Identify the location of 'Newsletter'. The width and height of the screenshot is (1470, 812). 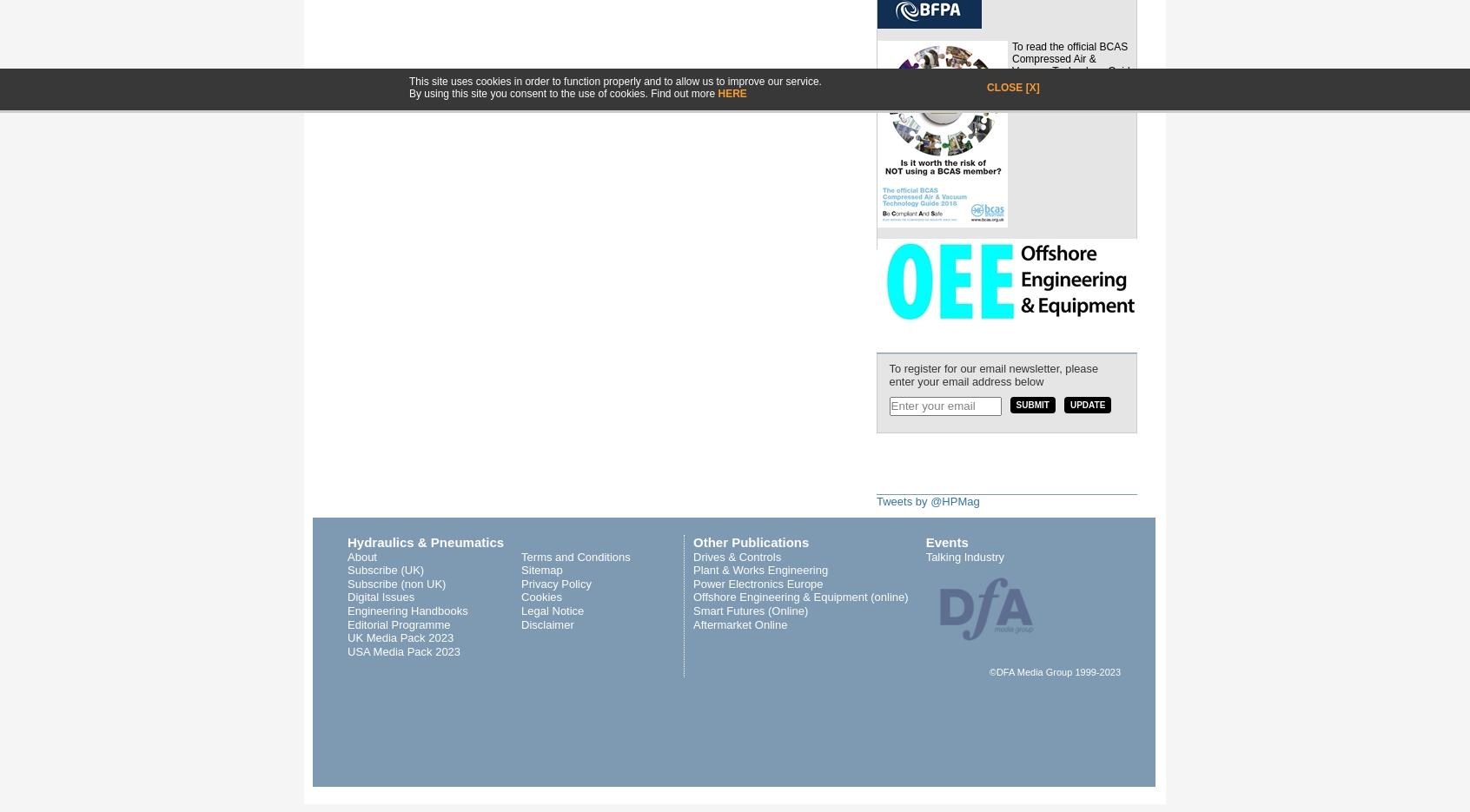
(915, 340).